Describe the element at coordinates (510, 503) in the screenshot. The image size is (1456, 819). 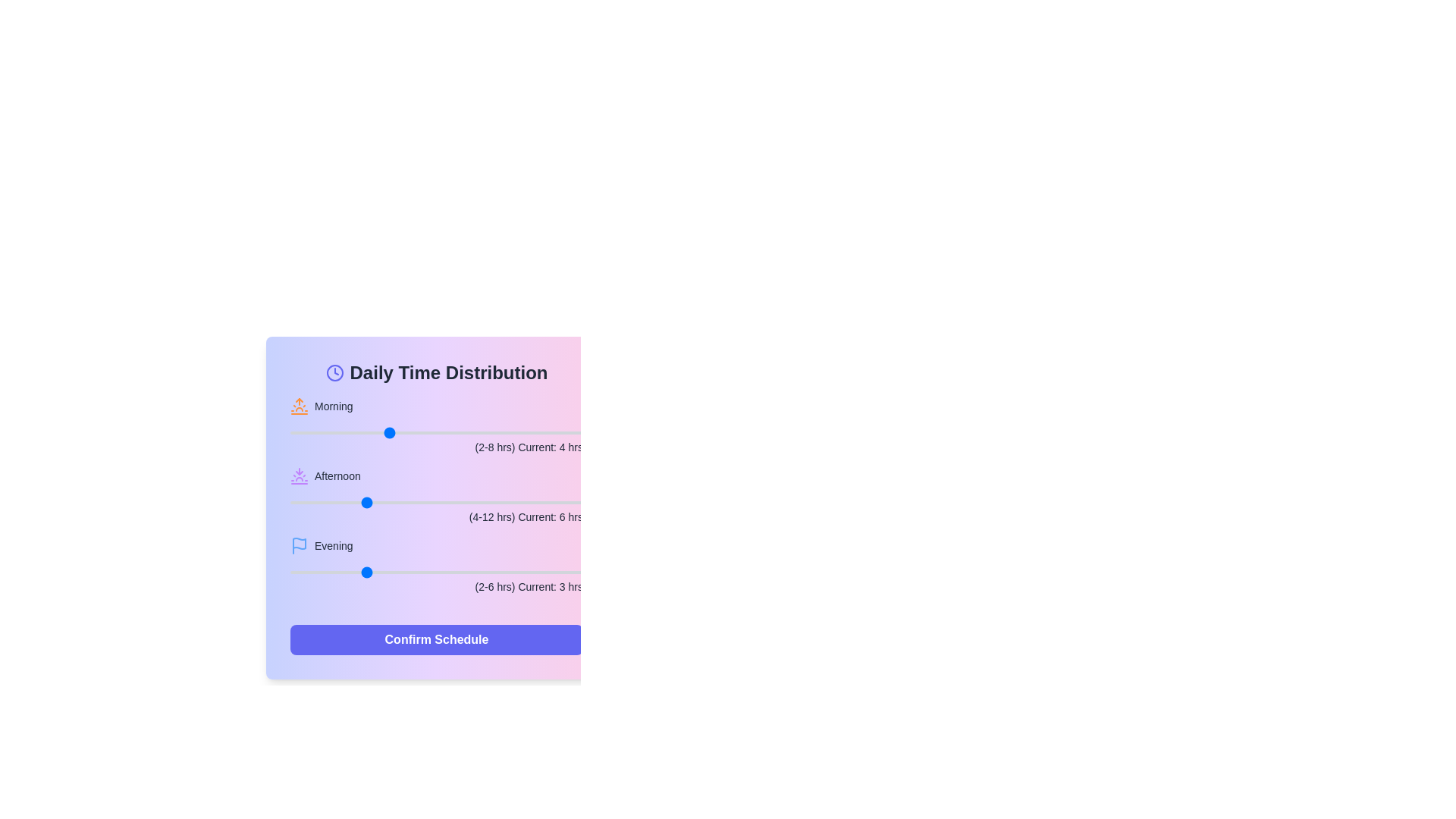
I see `afternoon duration` at that location.